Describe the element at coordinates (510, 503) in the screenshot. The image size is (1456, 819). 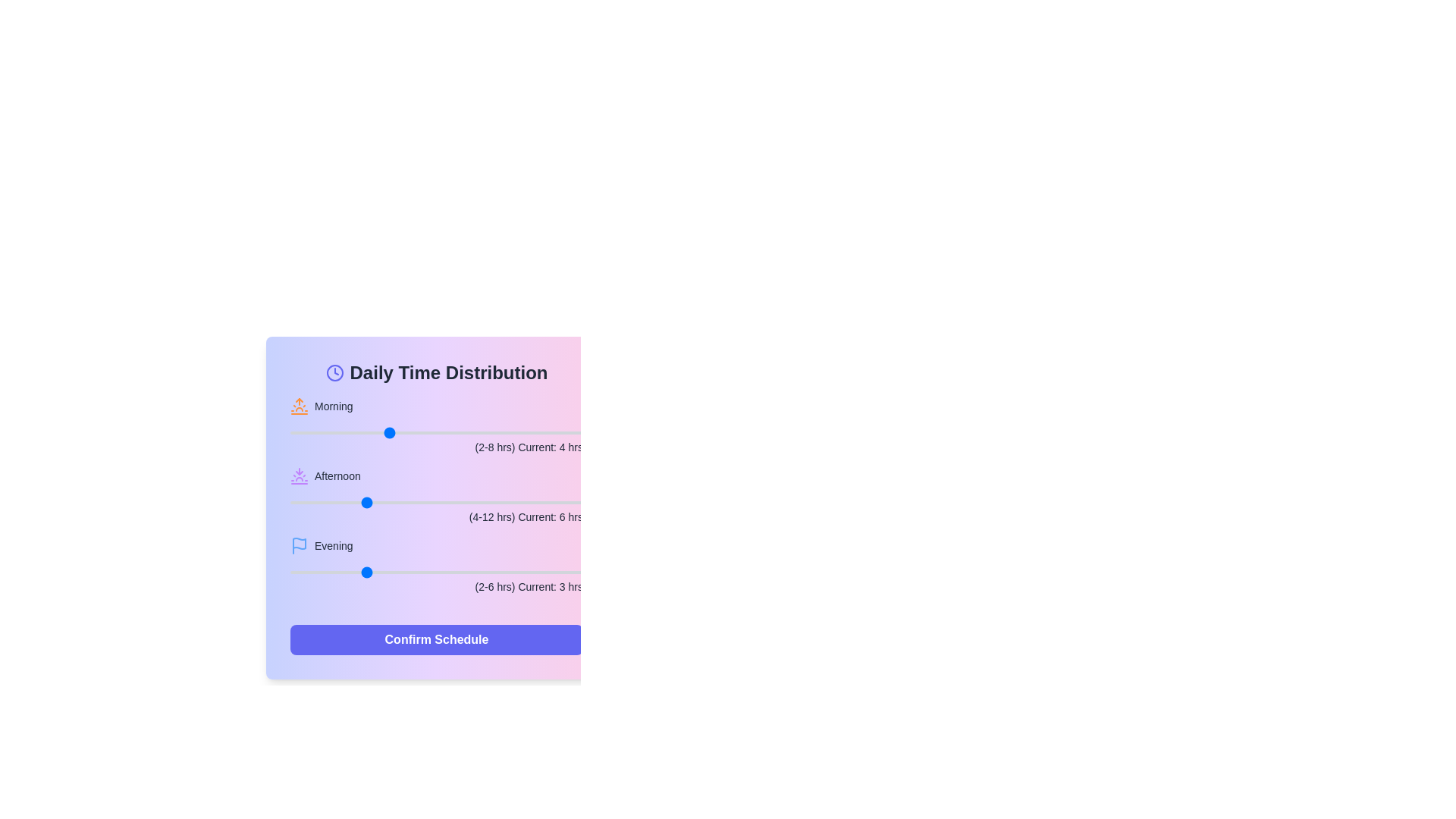
I see `afternoon duration` at that location.